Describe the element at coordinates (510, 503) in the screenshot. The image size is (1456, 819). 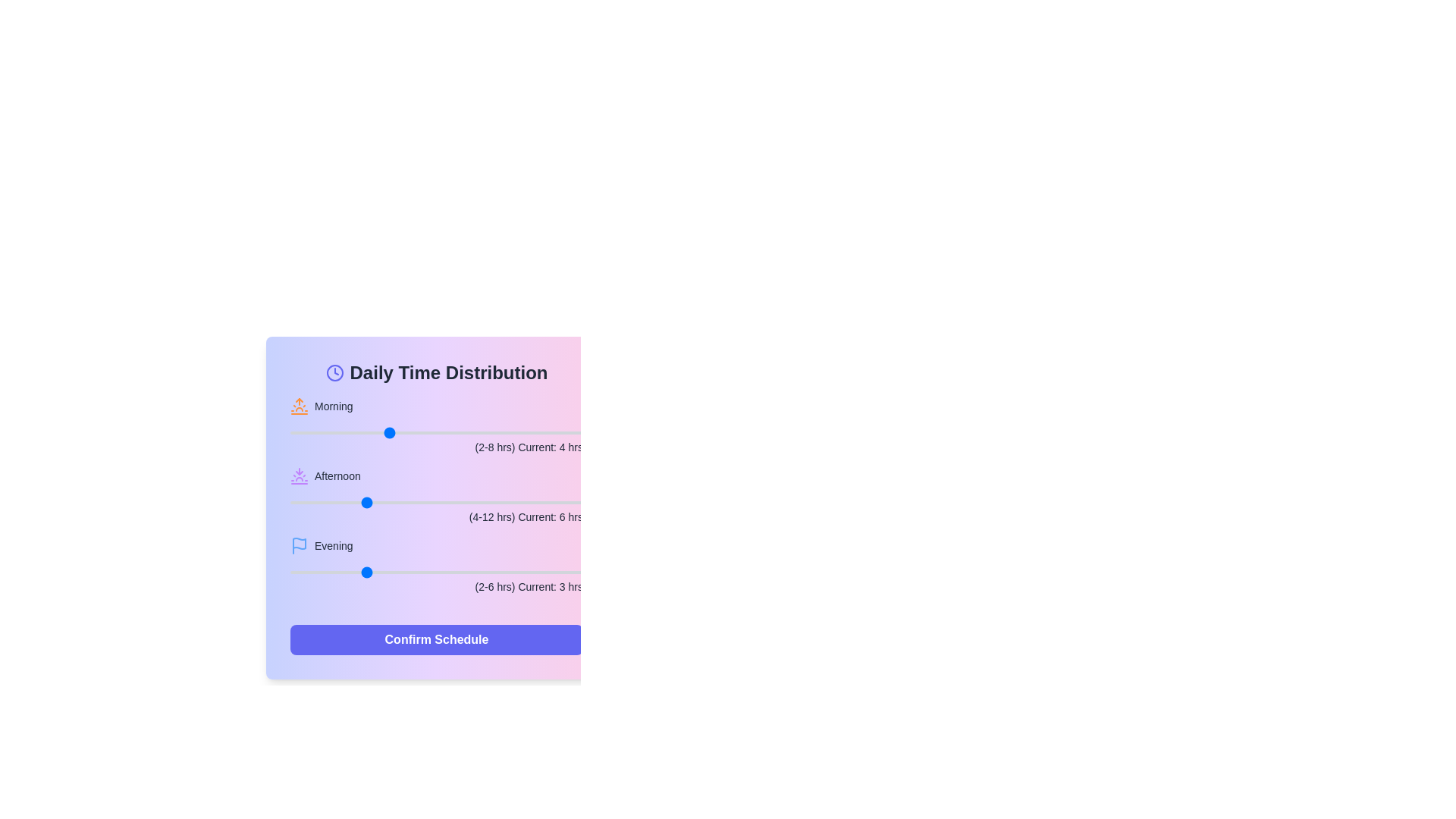
I see `afternoon duration` at that location.